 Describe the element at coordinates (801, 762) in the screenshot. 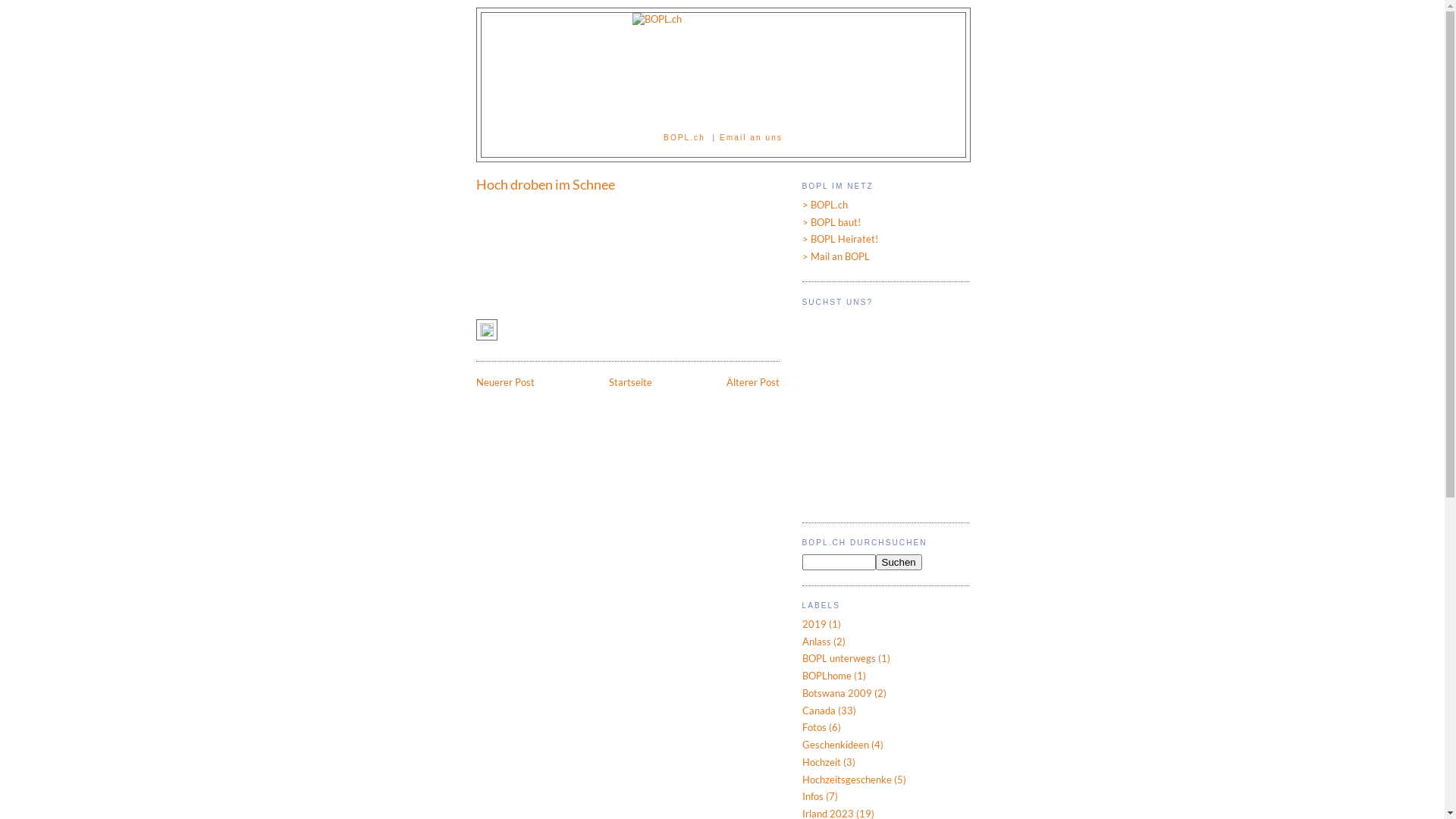

I see `'Hochzeit'` at that location.